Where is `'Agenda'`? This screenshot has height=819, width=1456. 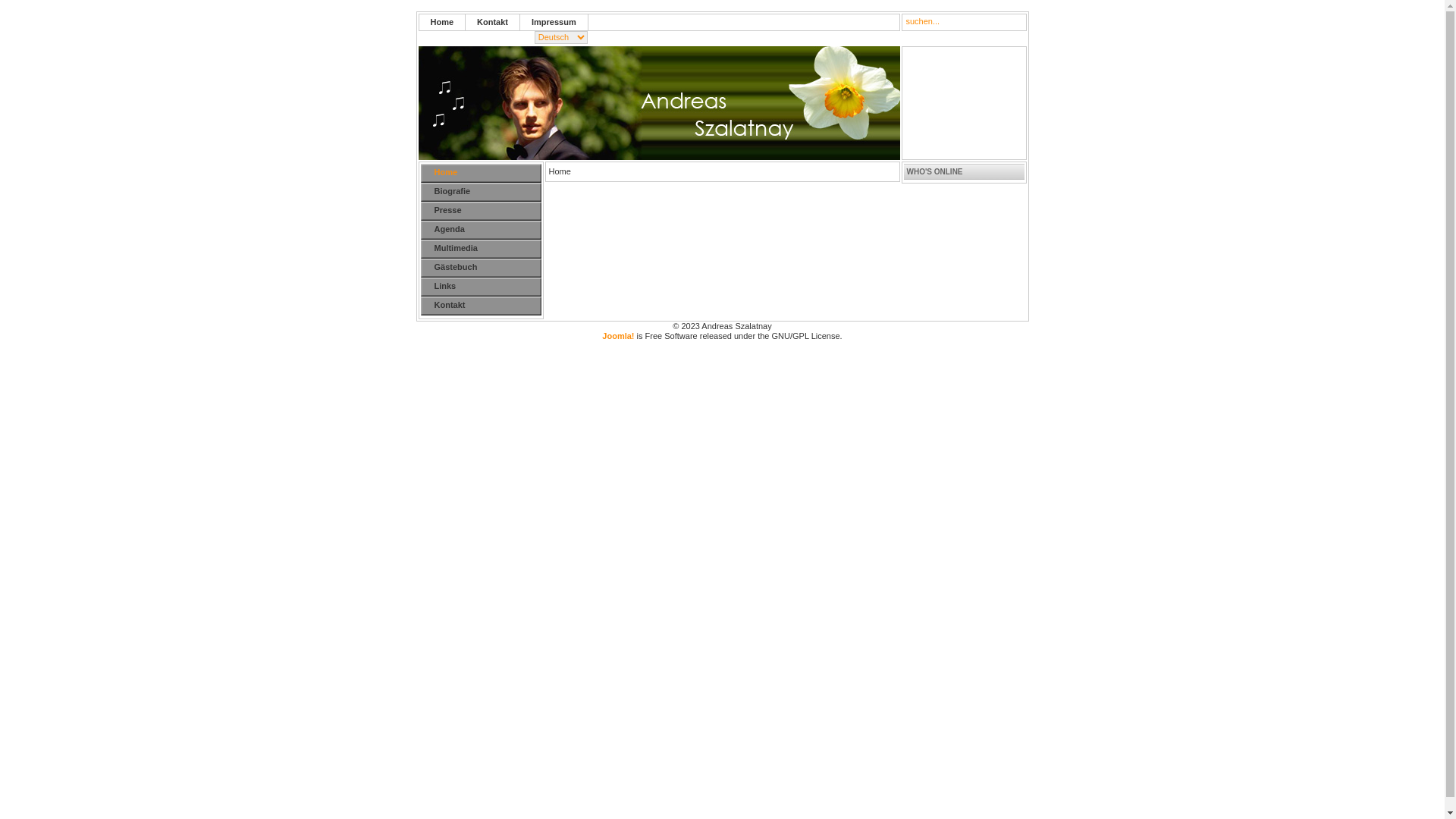
'Agenda' is located at coordinates (419, 230).